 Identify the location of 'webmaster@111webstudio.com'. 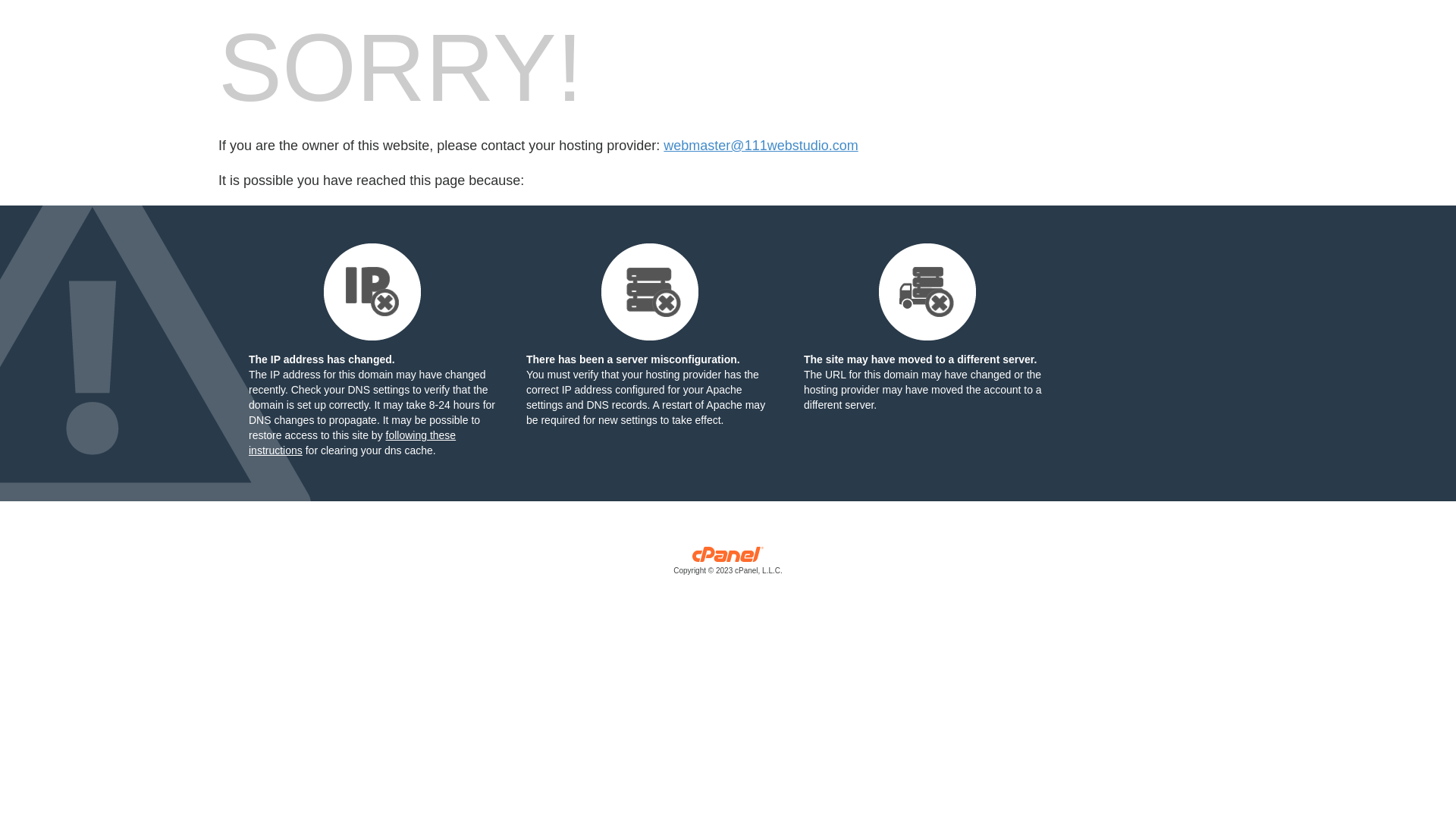
(663, 146).